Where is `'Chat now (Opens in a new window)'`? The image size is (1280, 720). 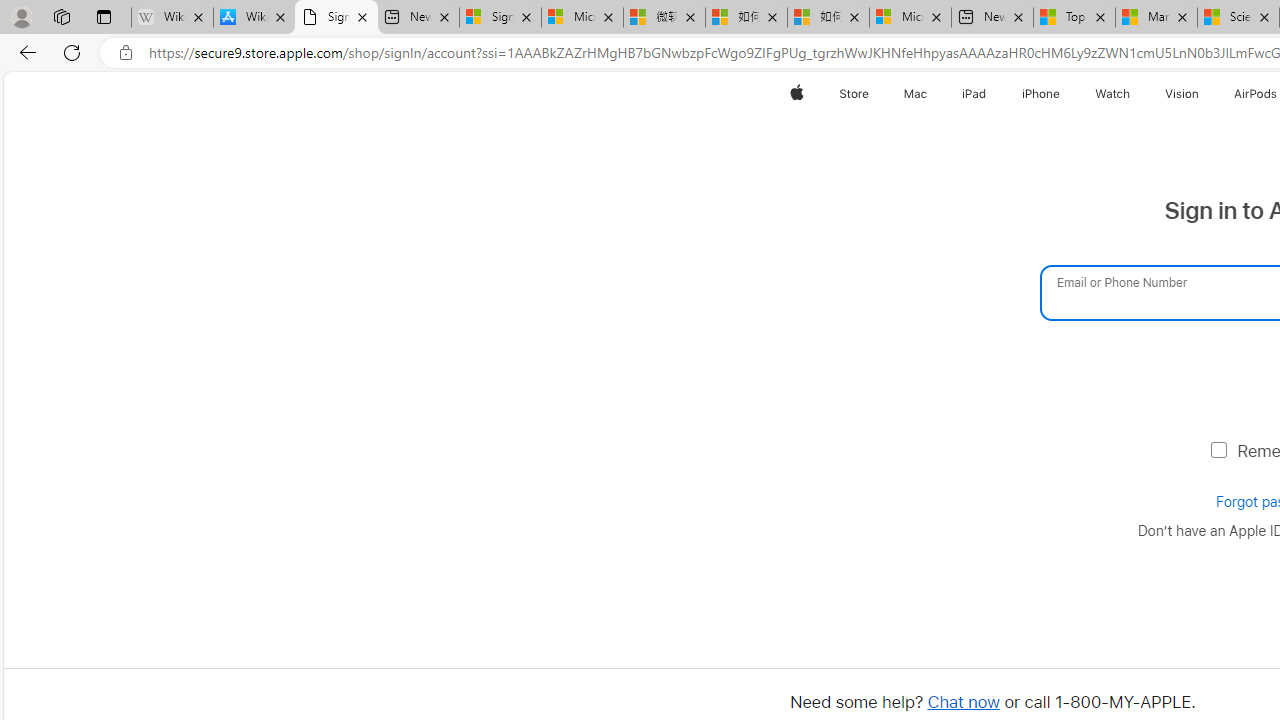 'Chat now (Opens in a new window)' is located at coordinates (963, 701).